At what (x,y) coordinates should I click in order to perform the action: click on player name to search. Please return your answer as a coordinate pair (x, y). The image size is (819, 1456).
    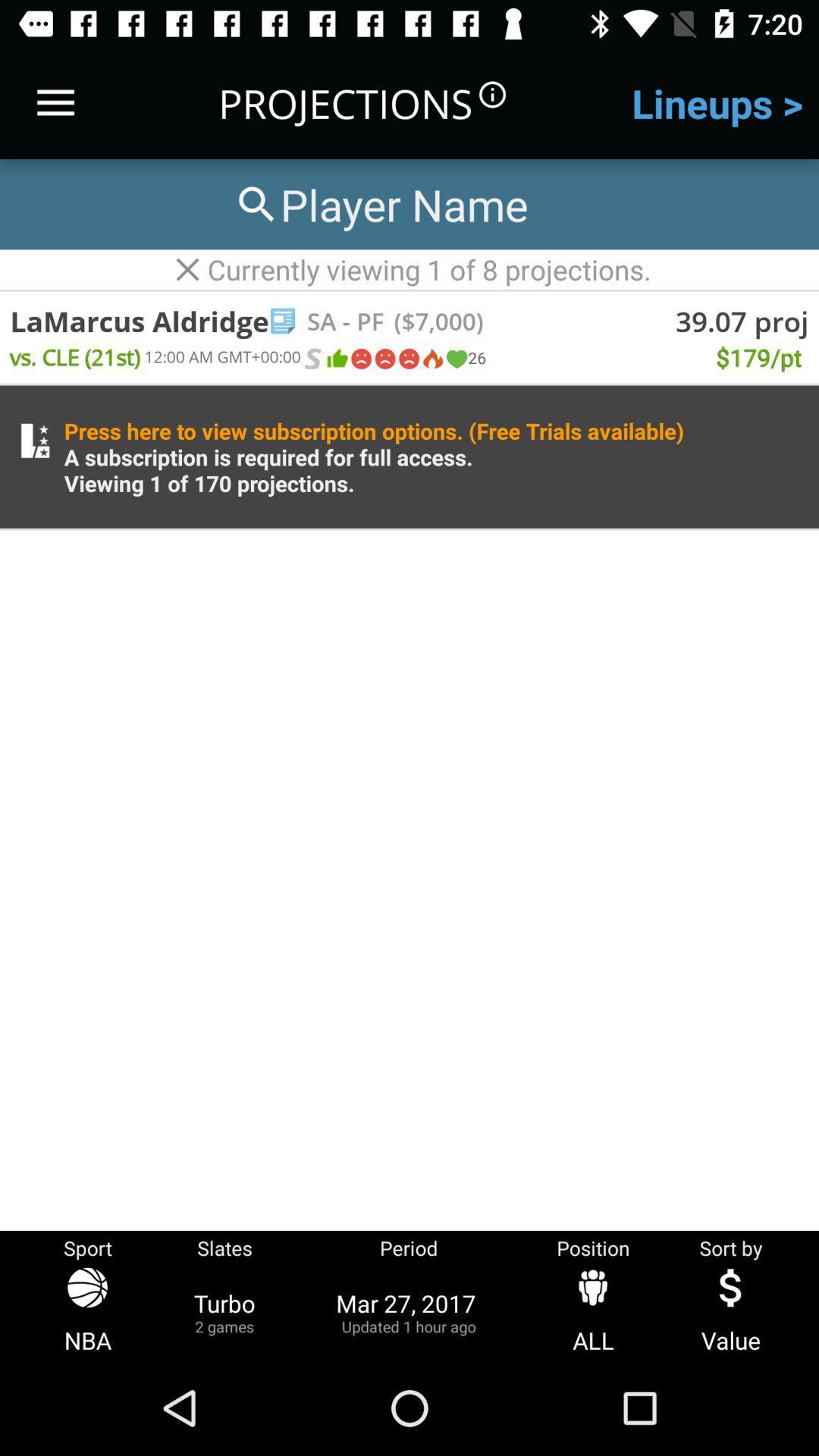
    Looking at the image, I should click on (379, 203).